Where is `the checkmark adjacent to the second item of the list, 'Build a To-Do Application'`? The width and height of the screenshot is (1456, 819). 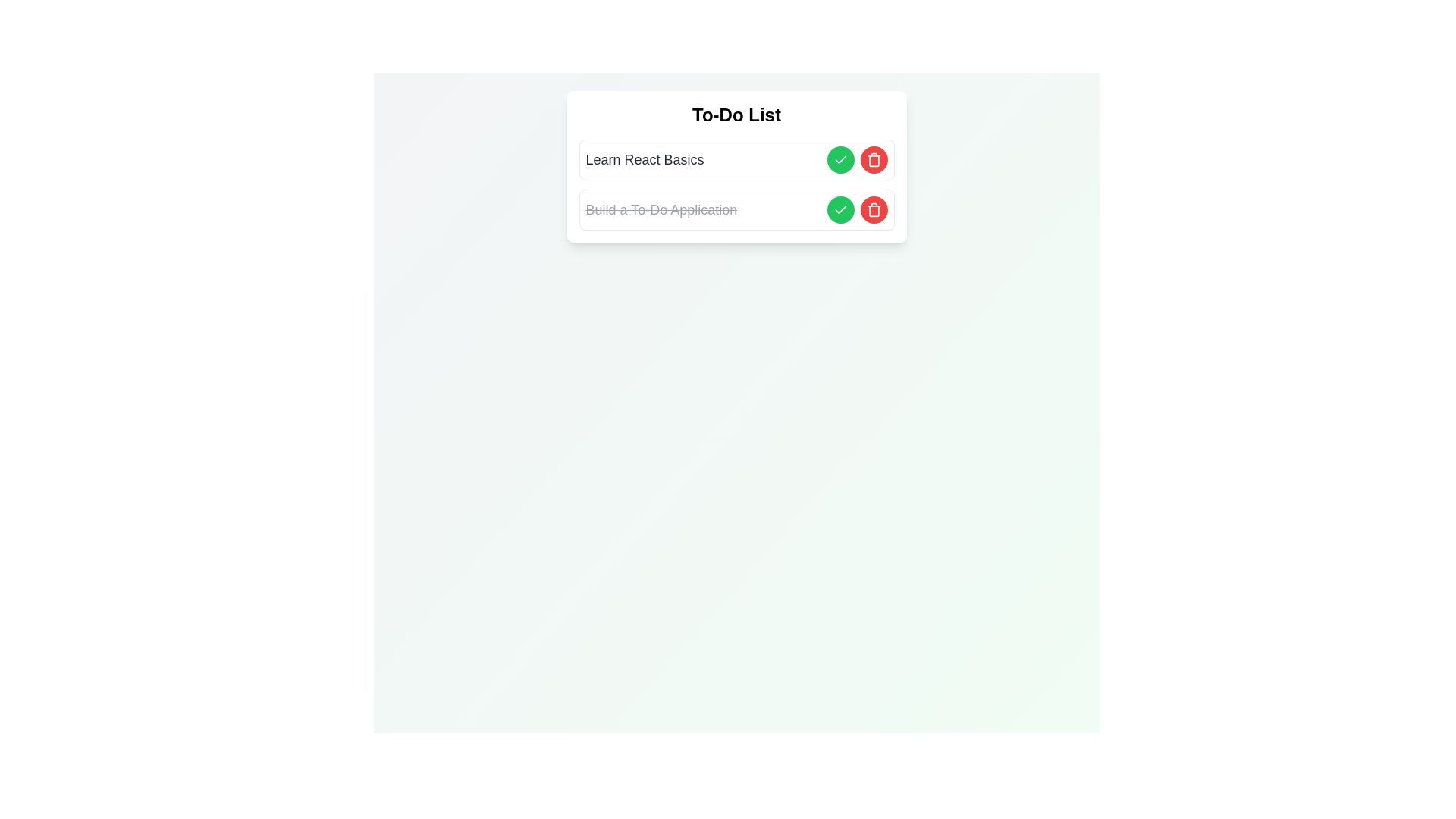 the checkmark adjacent to the second item of the list, 'Build a To-Do Application' is located at coordinates (839, 159).